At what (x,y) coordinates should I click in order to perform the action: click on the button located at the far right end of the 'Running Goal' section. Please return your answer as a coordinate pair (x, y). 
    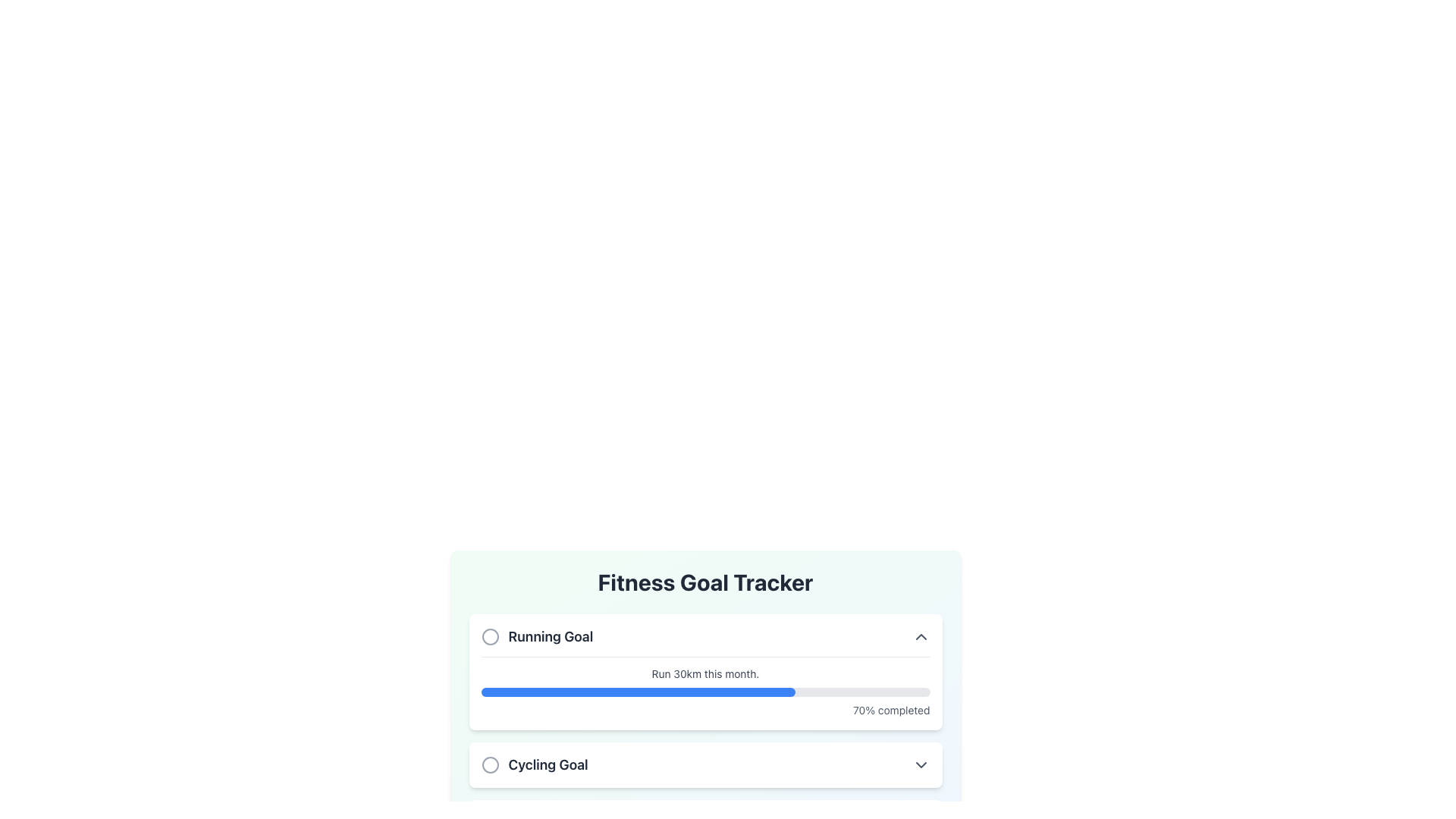
    Looking at the image, I should click on (920, 637).